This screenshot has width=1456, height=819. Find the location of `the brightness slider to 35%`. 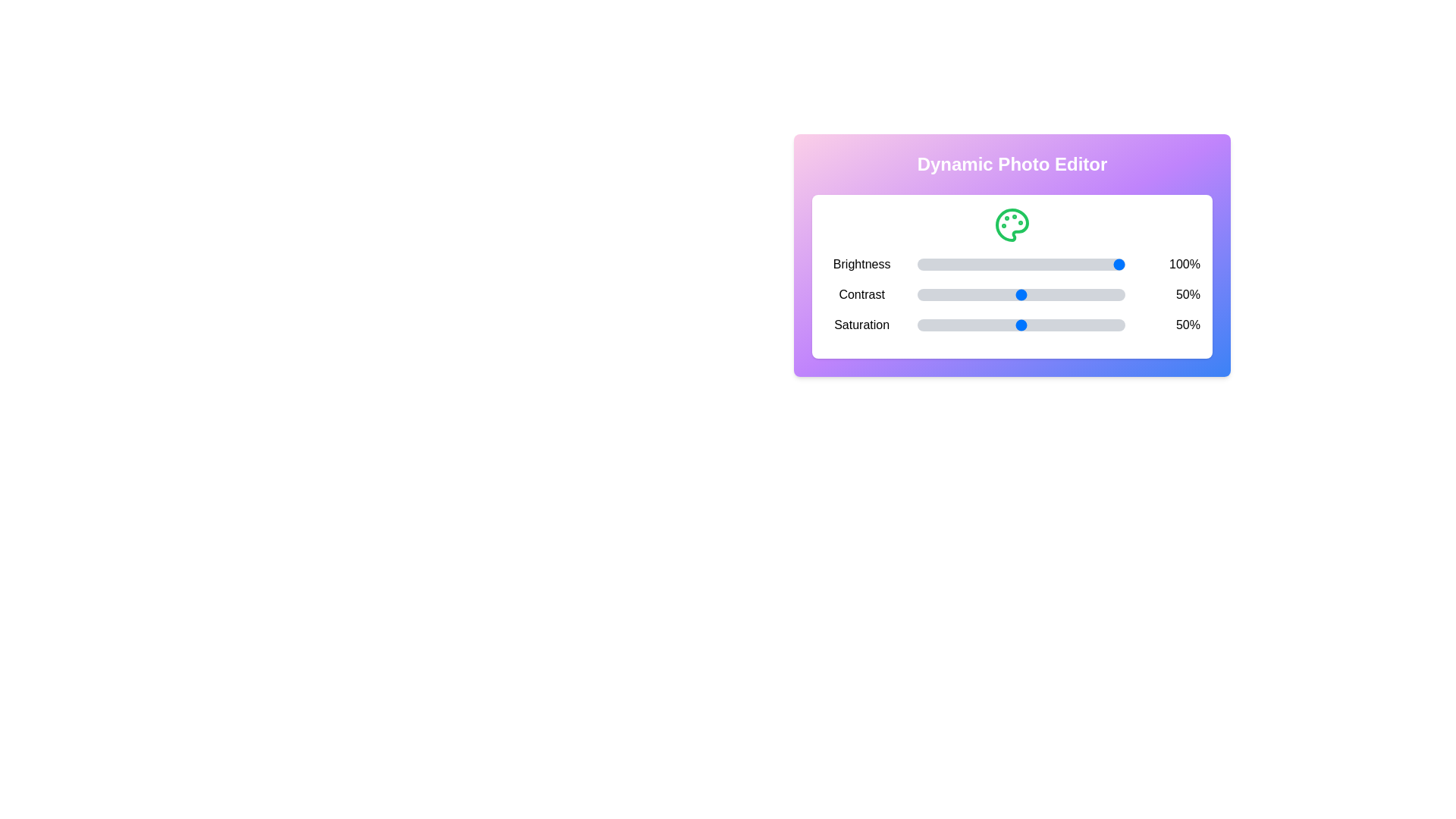

the brightness slider to 35% is located at coordinates (990, 263).